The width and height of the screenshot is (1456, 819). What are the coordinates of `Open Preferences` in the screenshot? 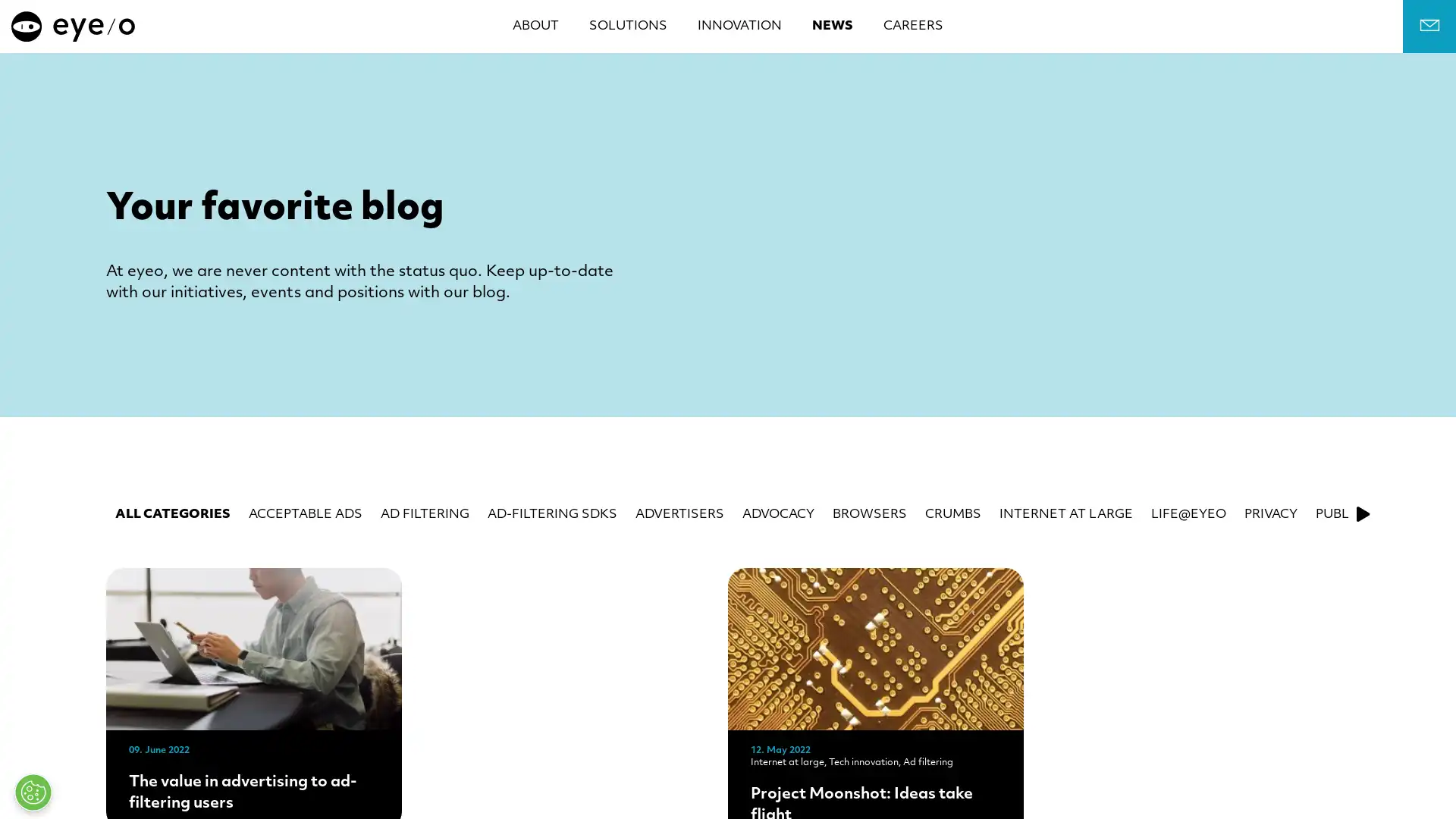 It's located at (33, 792).